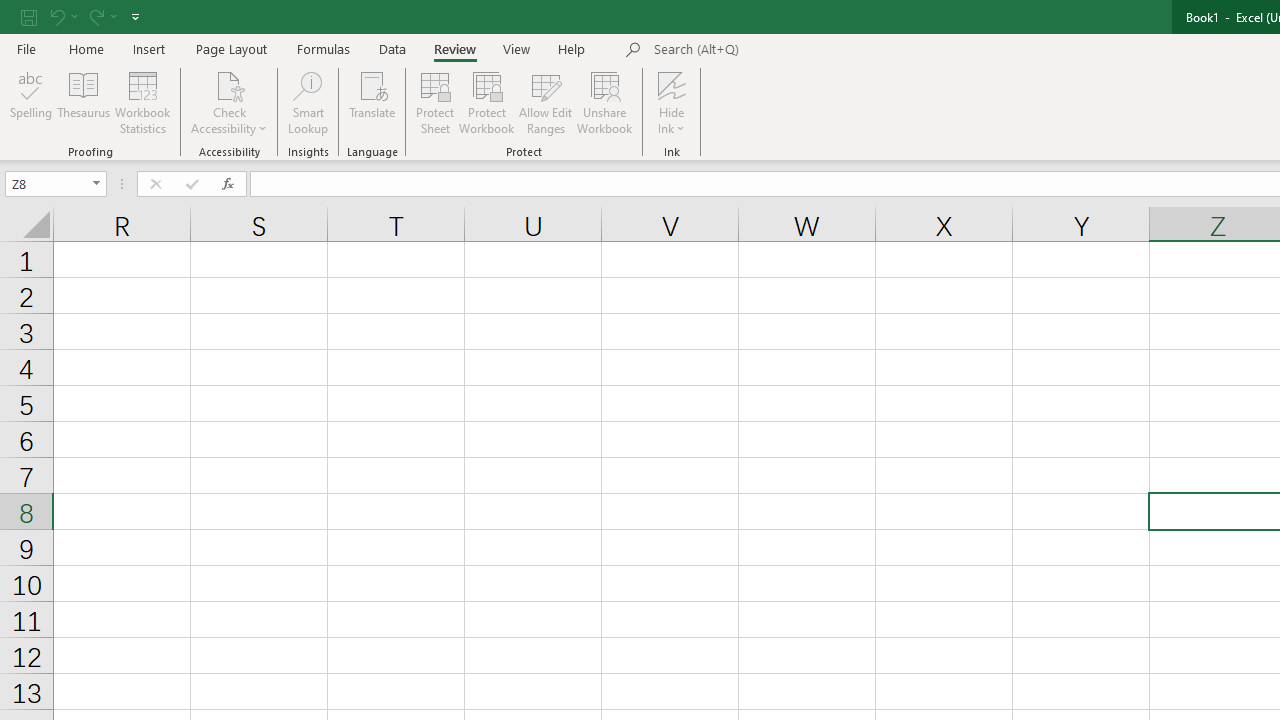 The image size is (1280, 720). What do you see at coordinates (672, 121) in the screenshot?
I see `'More Options'` at bounding box center [672, 121].